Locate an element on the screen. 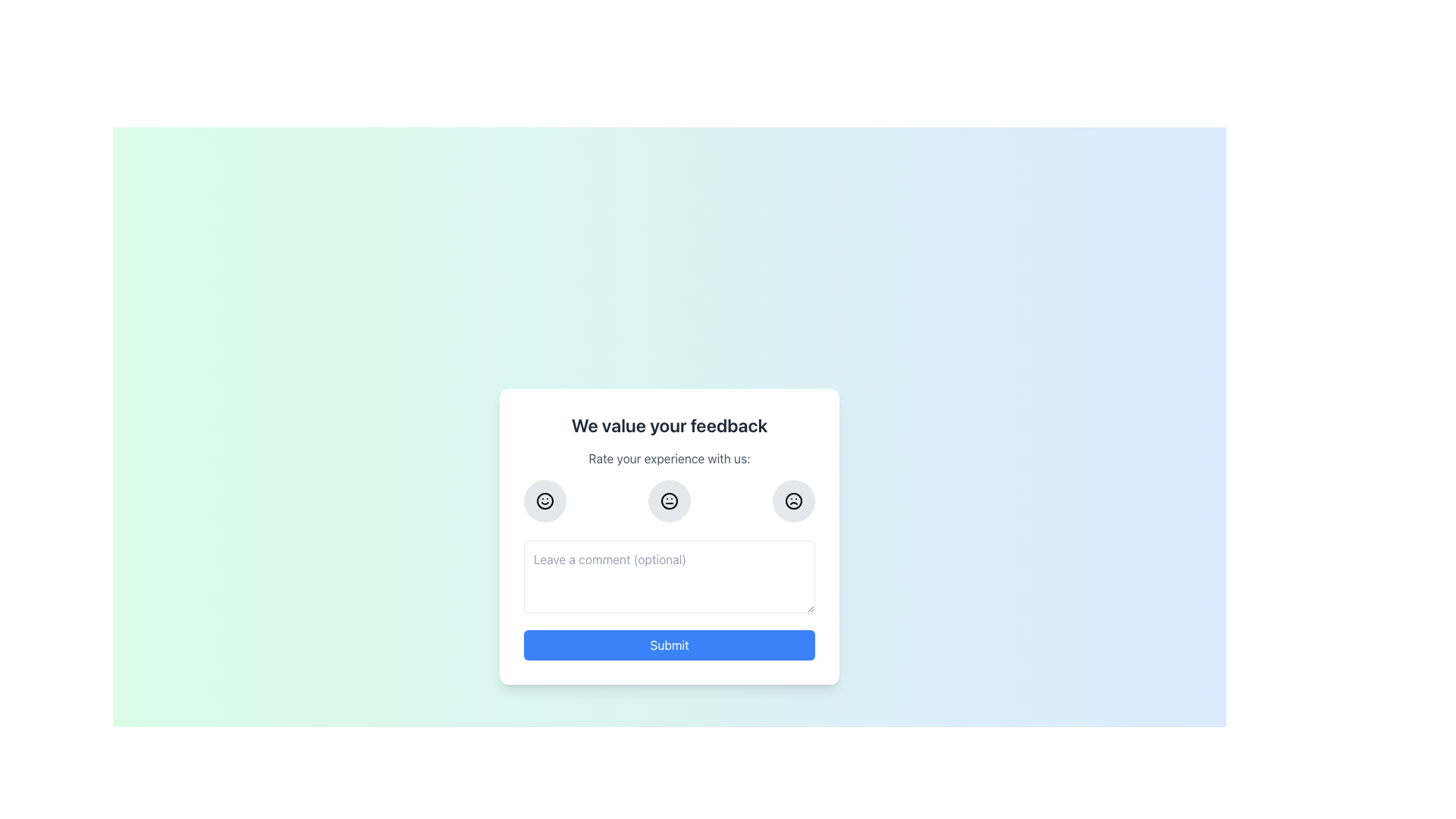 This screenshot has height=819, width=1456. the outermost circle of the smiley face icon, which represents a happy sentiment for user ratings, located on the left side of the row under 'Rate your experience with us' is located at coordinates (545, 500).